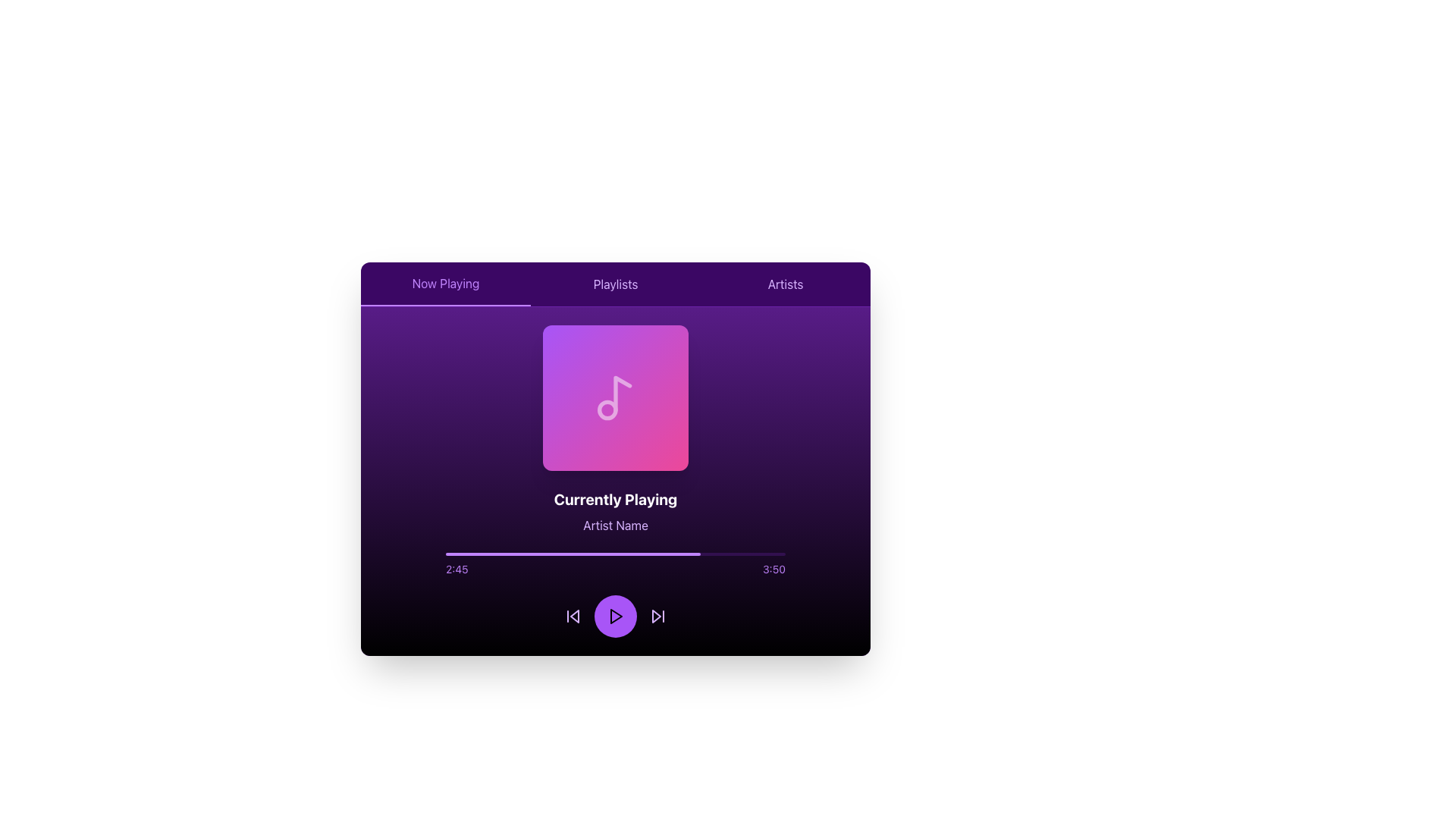 The height and width of the screenshot is (819, 1456). What do you see at coordinates (572, 617) in the screenshot?
I see `the purple and white skip-back button located on the bottom-left of the control bar to skip back` at bounding box center [572, 617].